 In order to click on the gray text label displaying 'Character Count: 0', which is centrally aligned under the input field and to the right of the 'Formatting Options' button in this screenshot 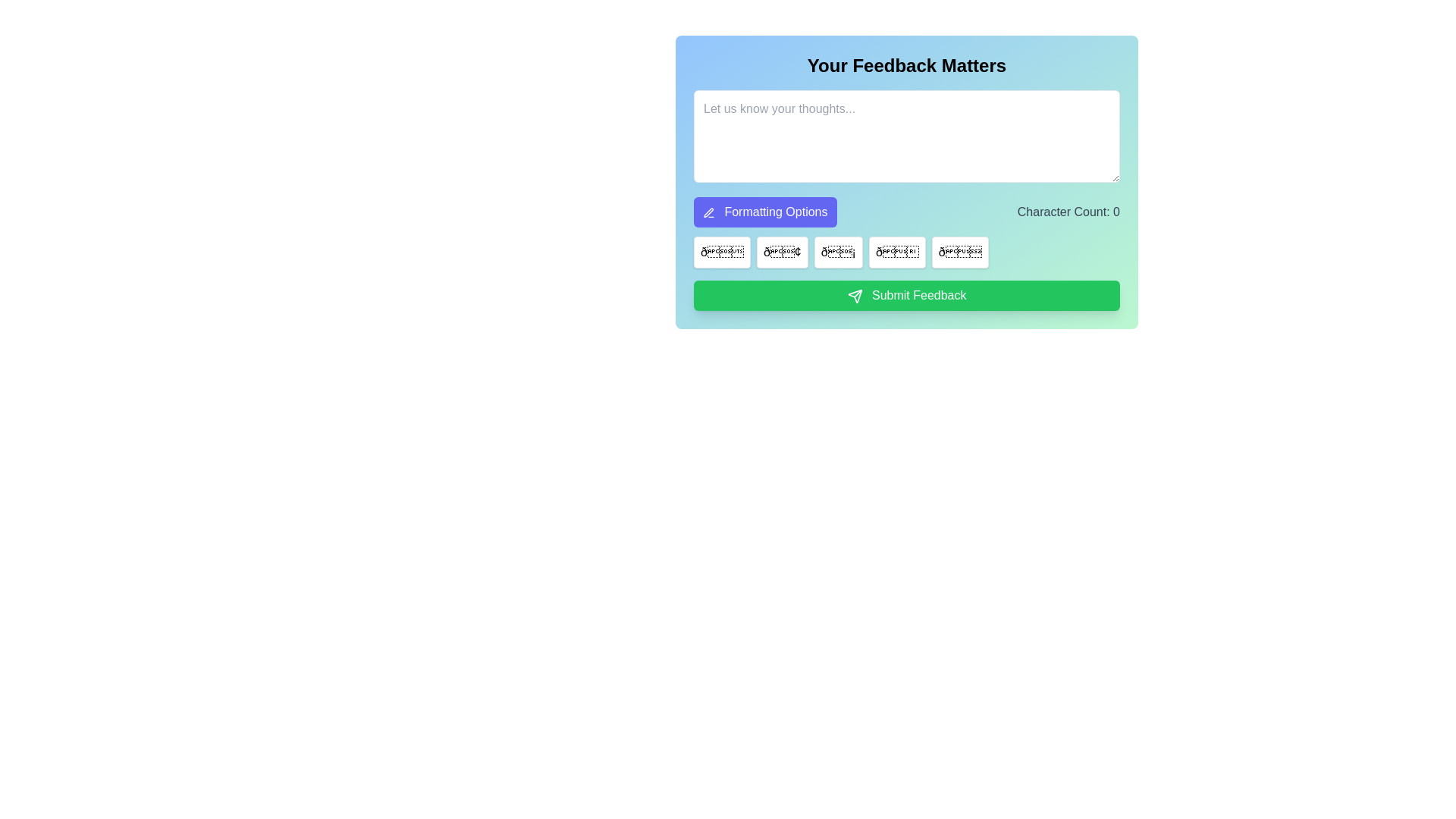, I will do `click(1068, 212)`.